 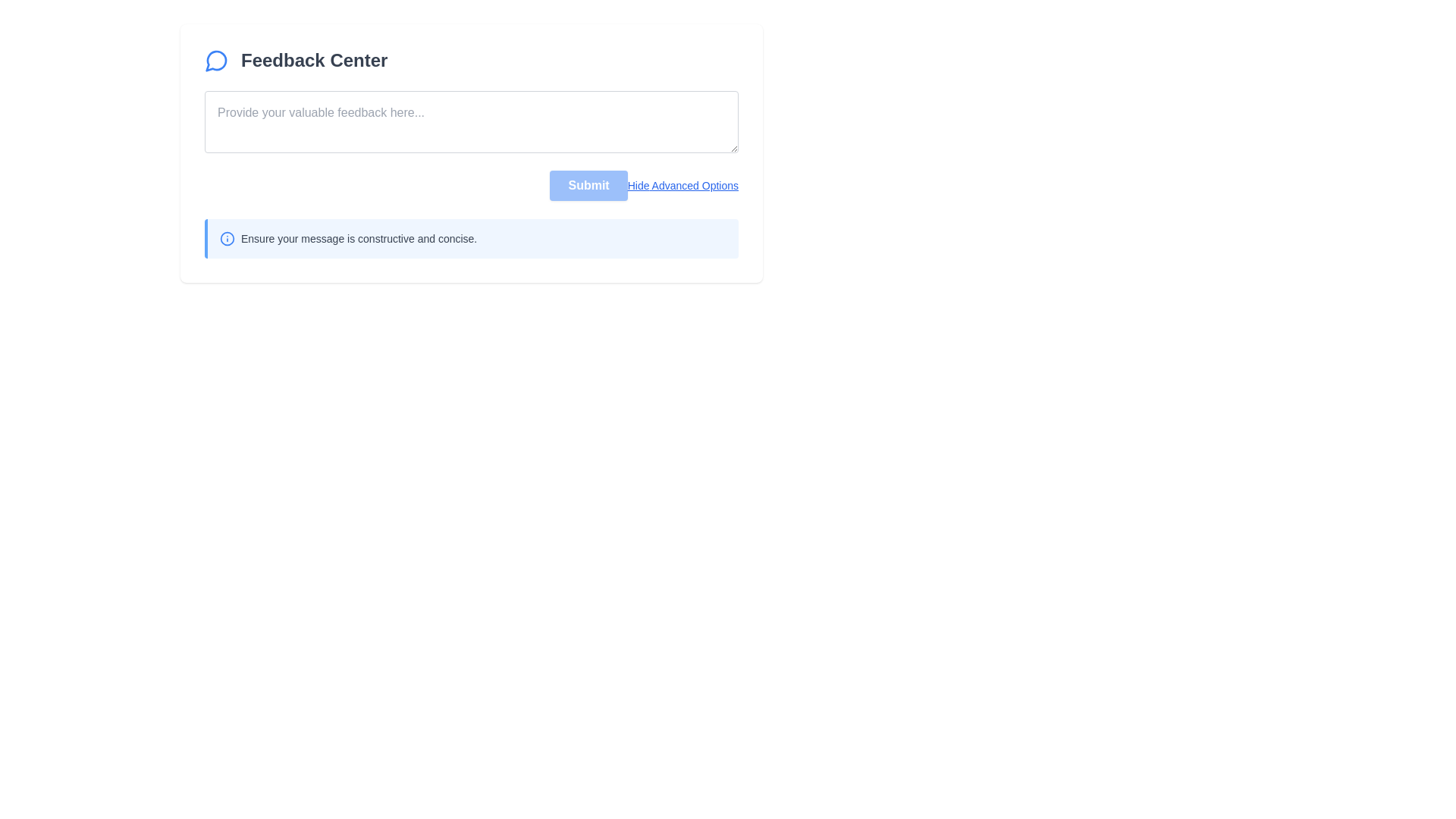 I want to click on the blue speech bubble icon representing conversation or messaging, located near the 'Feedback Center' header, so click(x=215, y=60).